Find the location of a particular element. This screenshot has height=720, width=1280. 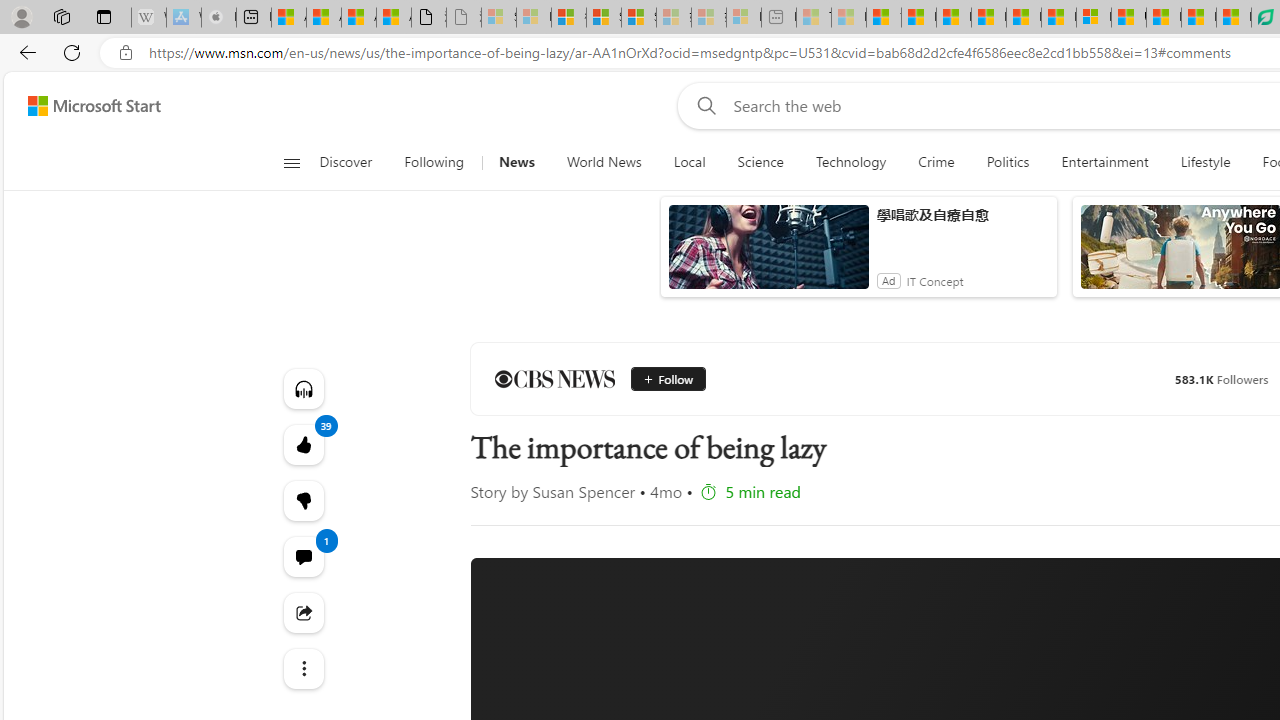

'CBS News' is located at coordinates (554, 379).